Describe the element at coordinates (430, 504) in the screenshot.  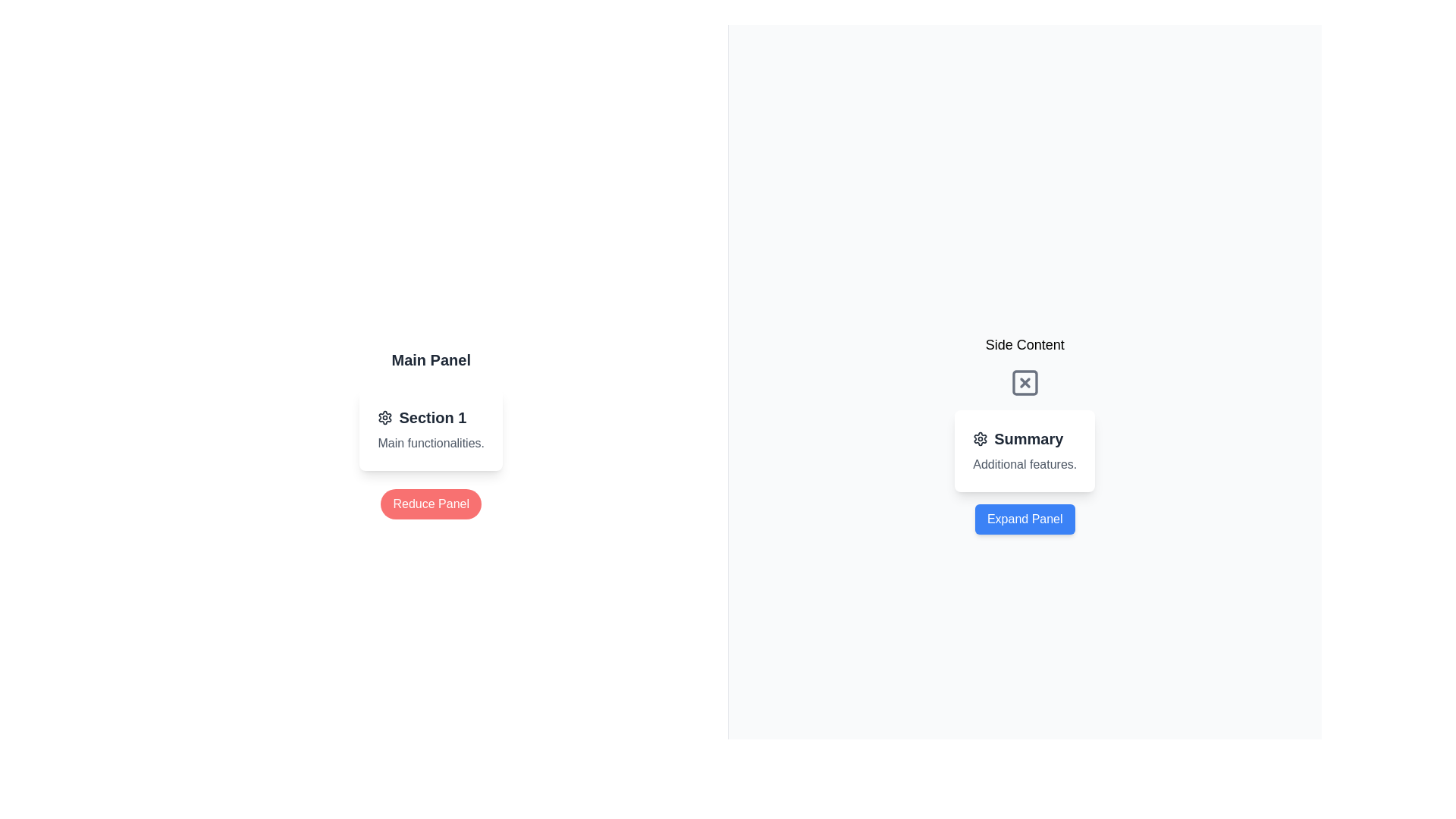
I see `the oval-shaped red button labeled 'Reduce Panel' located below 'Main functionalities.' and 'Section 1'` at that location.